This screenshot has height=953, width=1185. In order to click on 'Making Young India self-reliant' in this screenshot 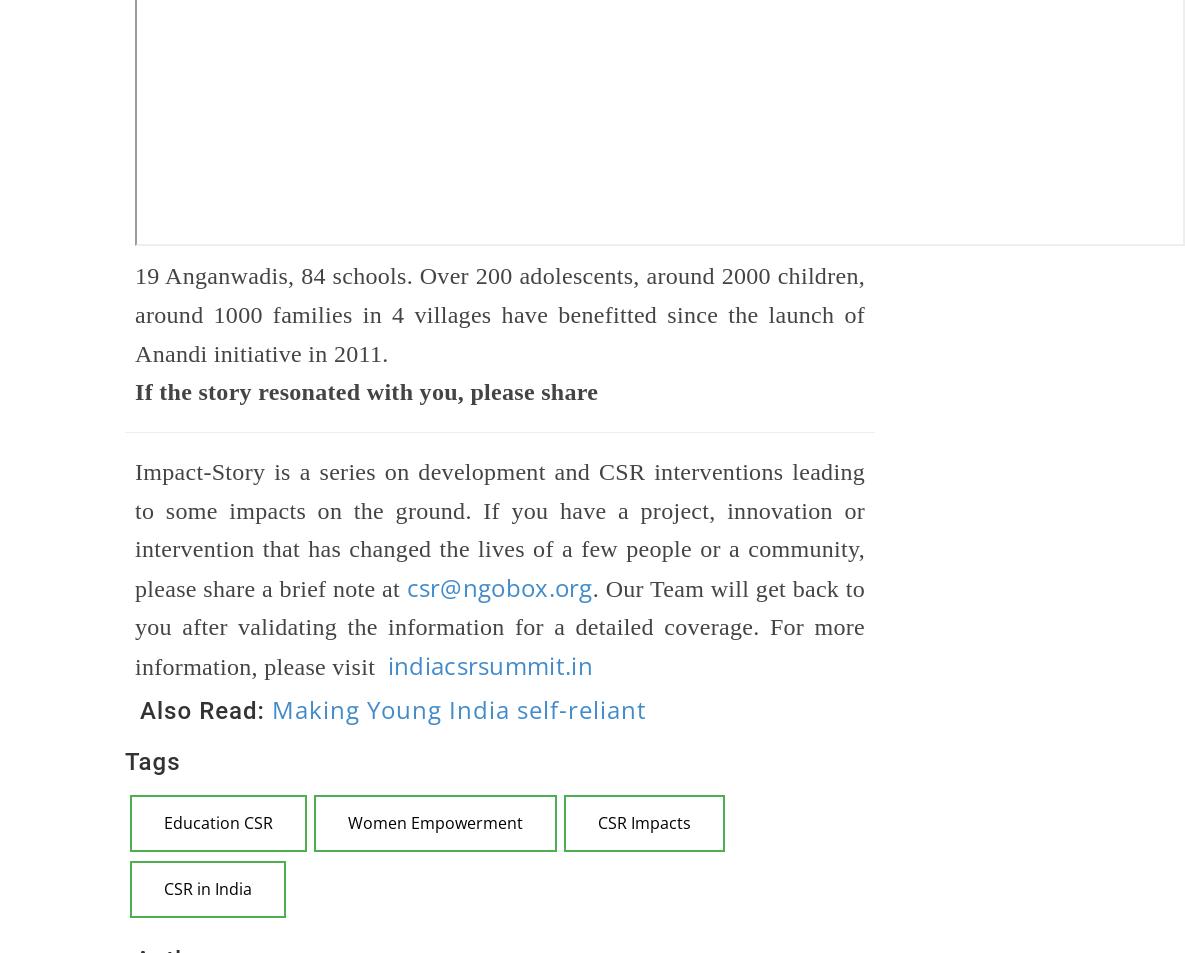, I will do `click(457, 708)`.